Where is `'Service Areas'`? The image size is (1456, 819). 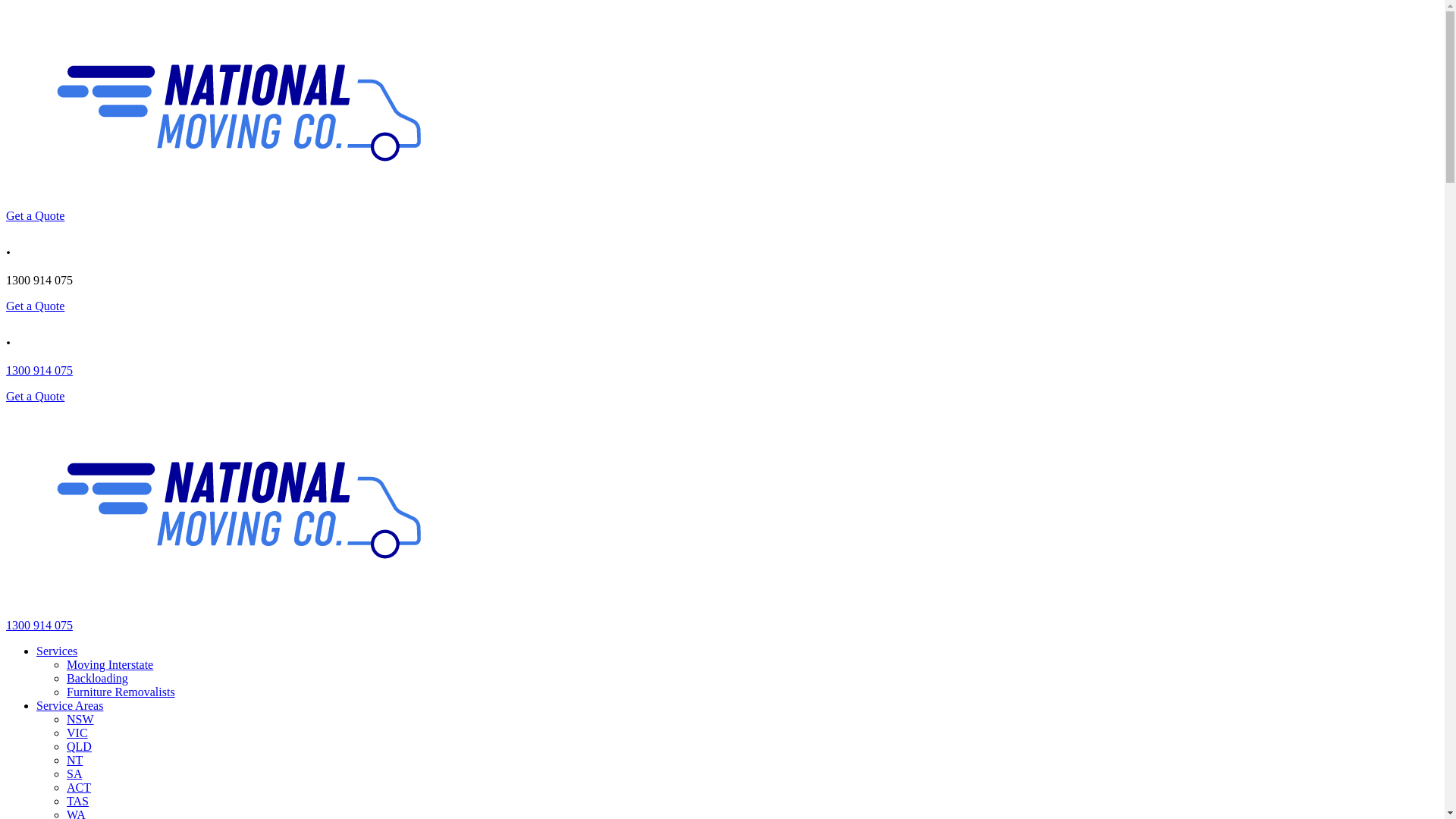
'Service Areas' is located at coordinates (68, 705).